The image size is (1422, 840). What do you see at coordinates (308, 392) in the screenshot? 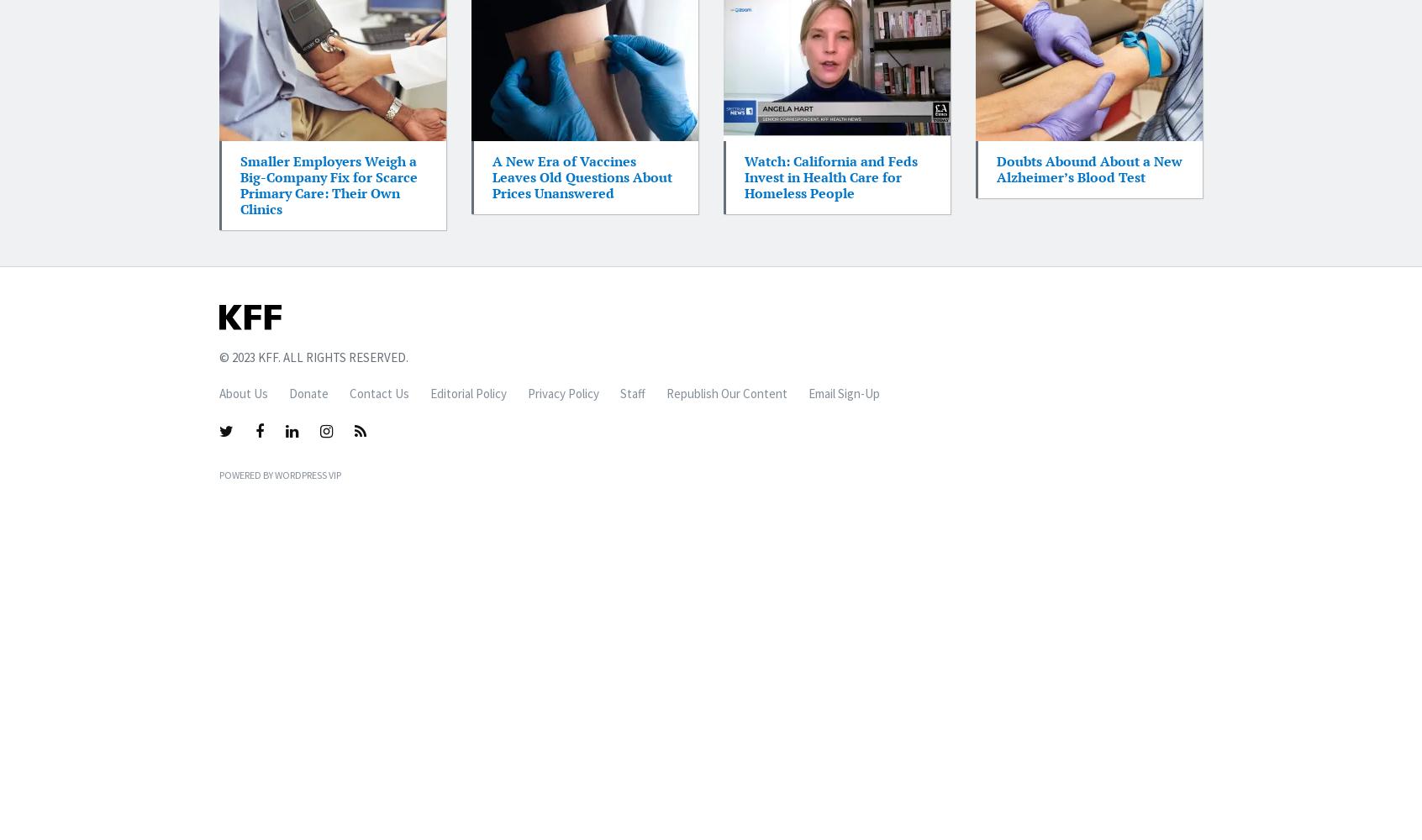
I see `'Donate'` at bounding box center [308, 392].